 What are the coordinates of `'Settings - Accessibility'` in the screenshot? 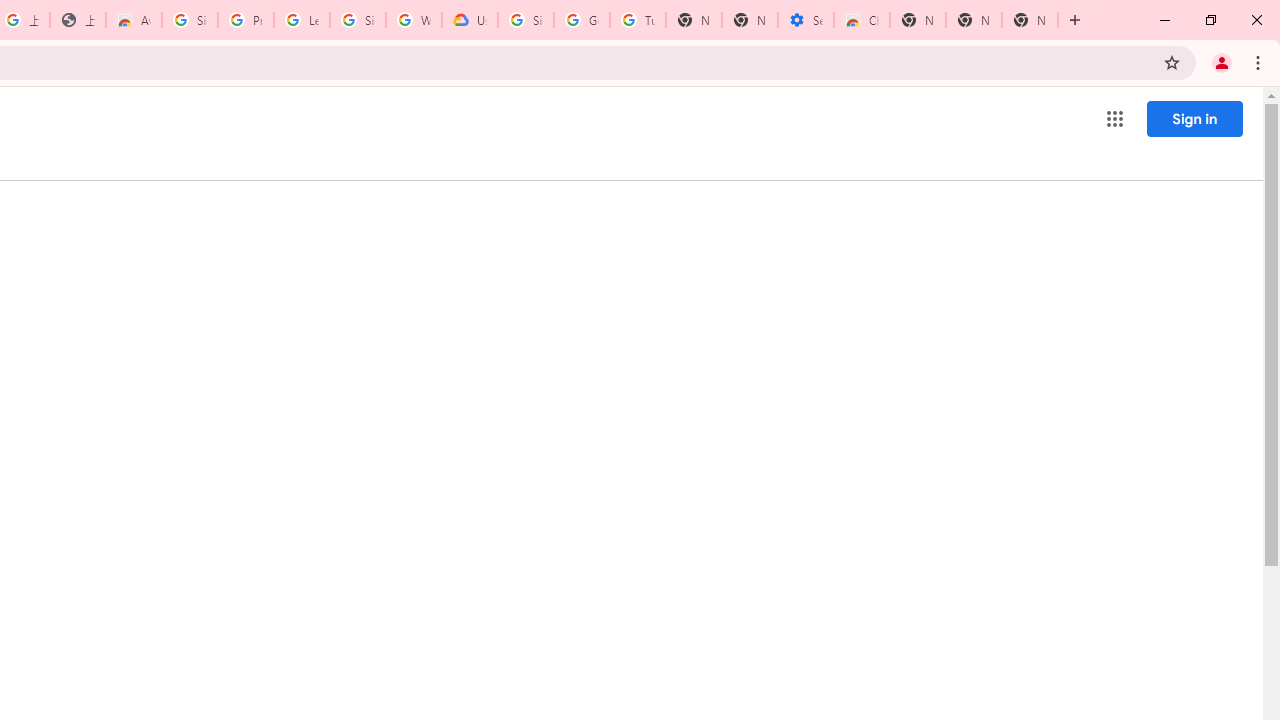 It's located at (806, 20).